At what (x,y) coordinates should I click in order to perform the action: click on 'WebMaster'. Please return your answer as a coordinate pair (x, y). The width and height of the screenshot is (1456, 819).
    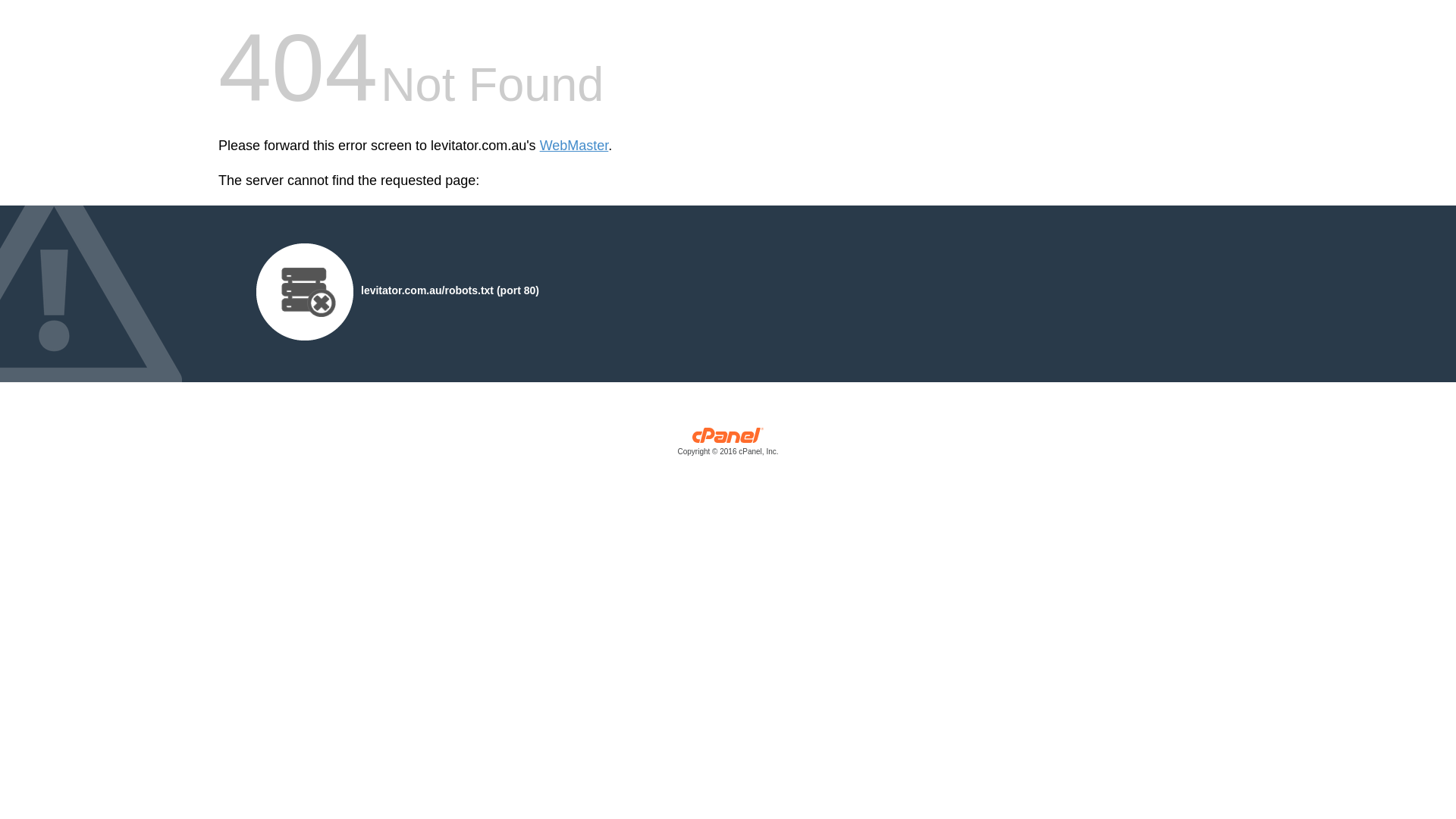
    Looking at the image, I should click on (573, 146).